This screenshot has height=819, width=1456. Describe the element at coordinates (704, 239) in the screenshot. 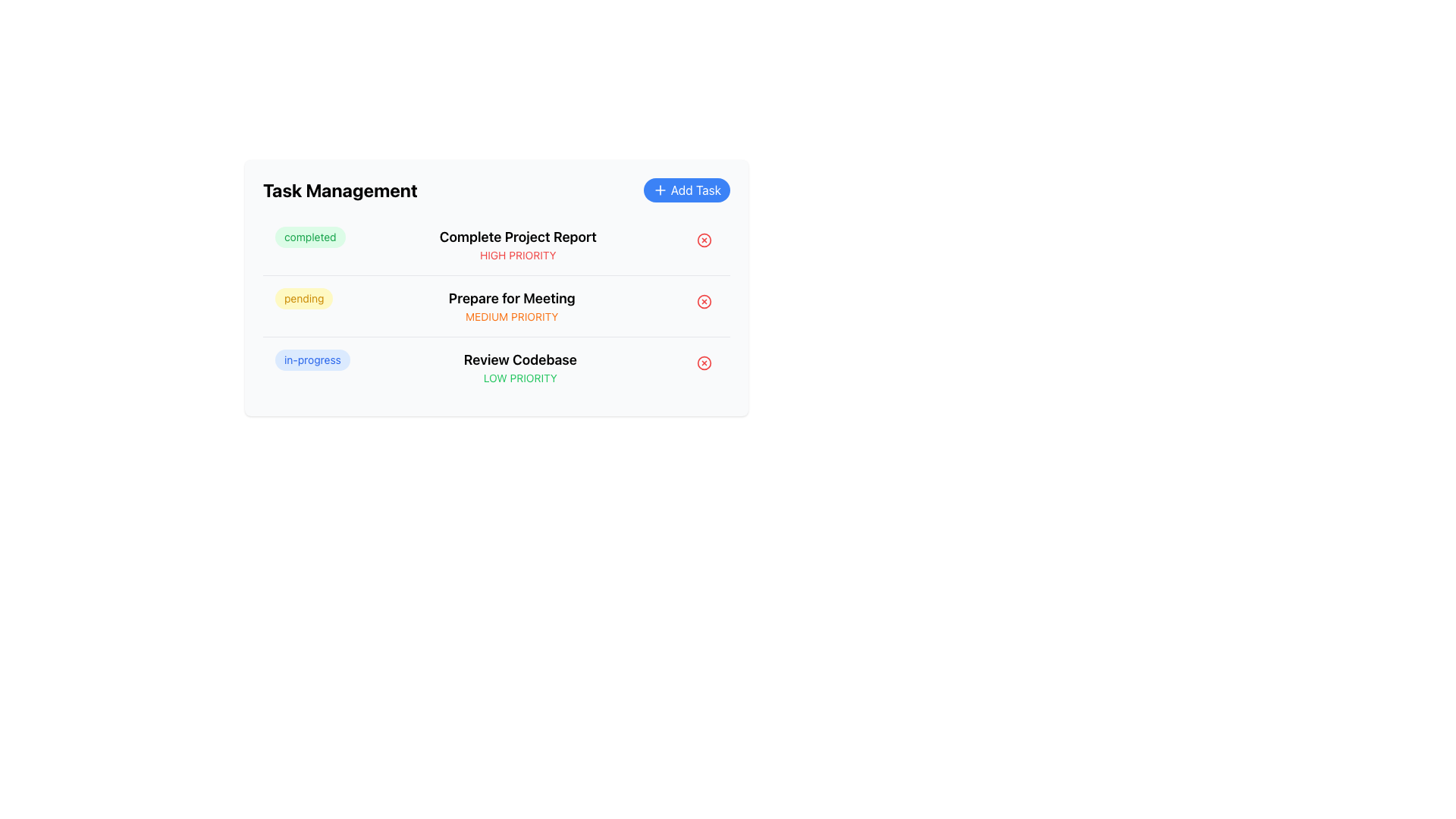

I see `the first circular indicator next to the task title 'Complete Project Report' which serves as a status icon` at that location.